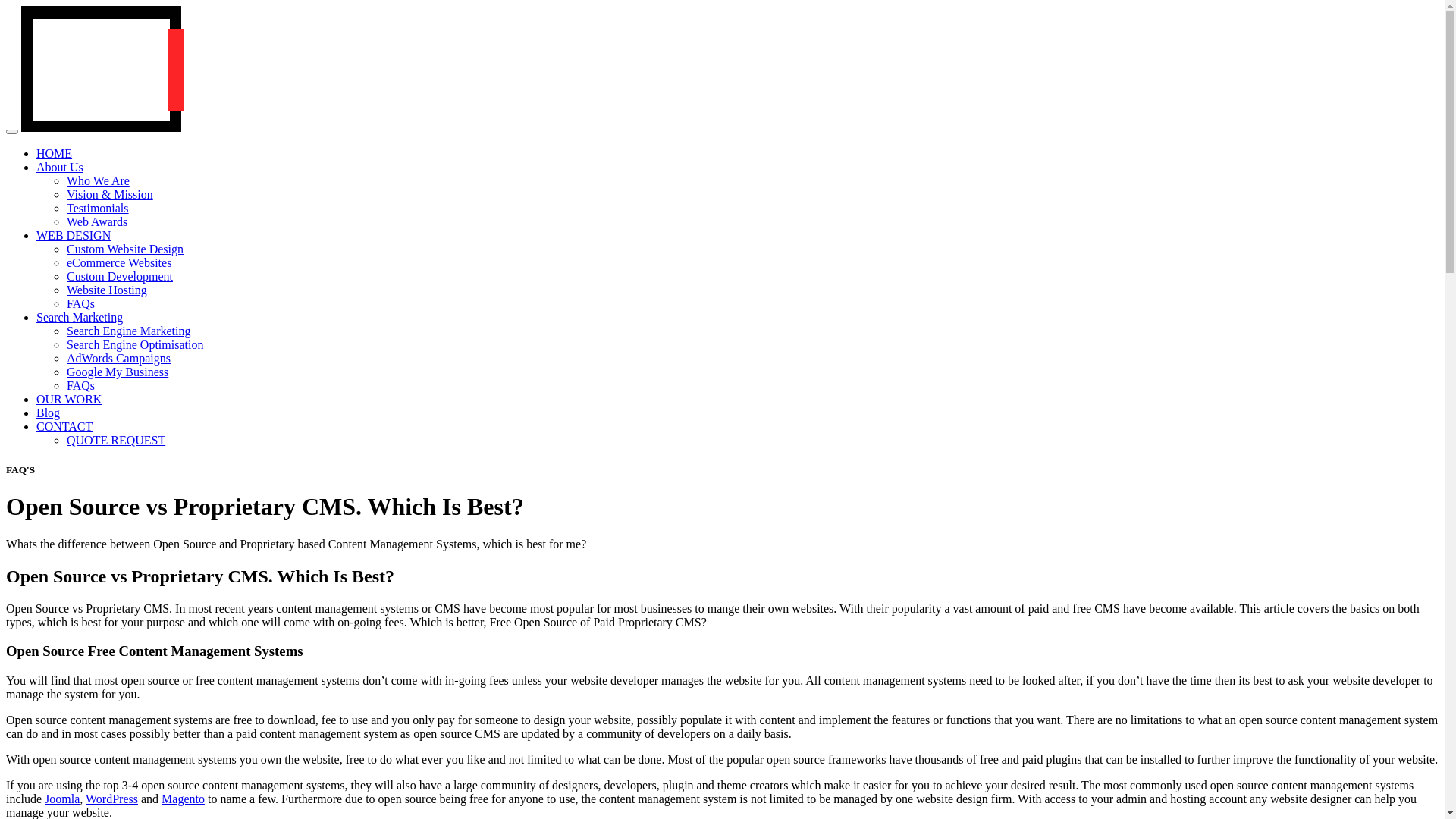 The image size is (1456, 819). Describe the element at coordinates (105, 290) in the screenshot. I see `'Website Hosting'` at that location.